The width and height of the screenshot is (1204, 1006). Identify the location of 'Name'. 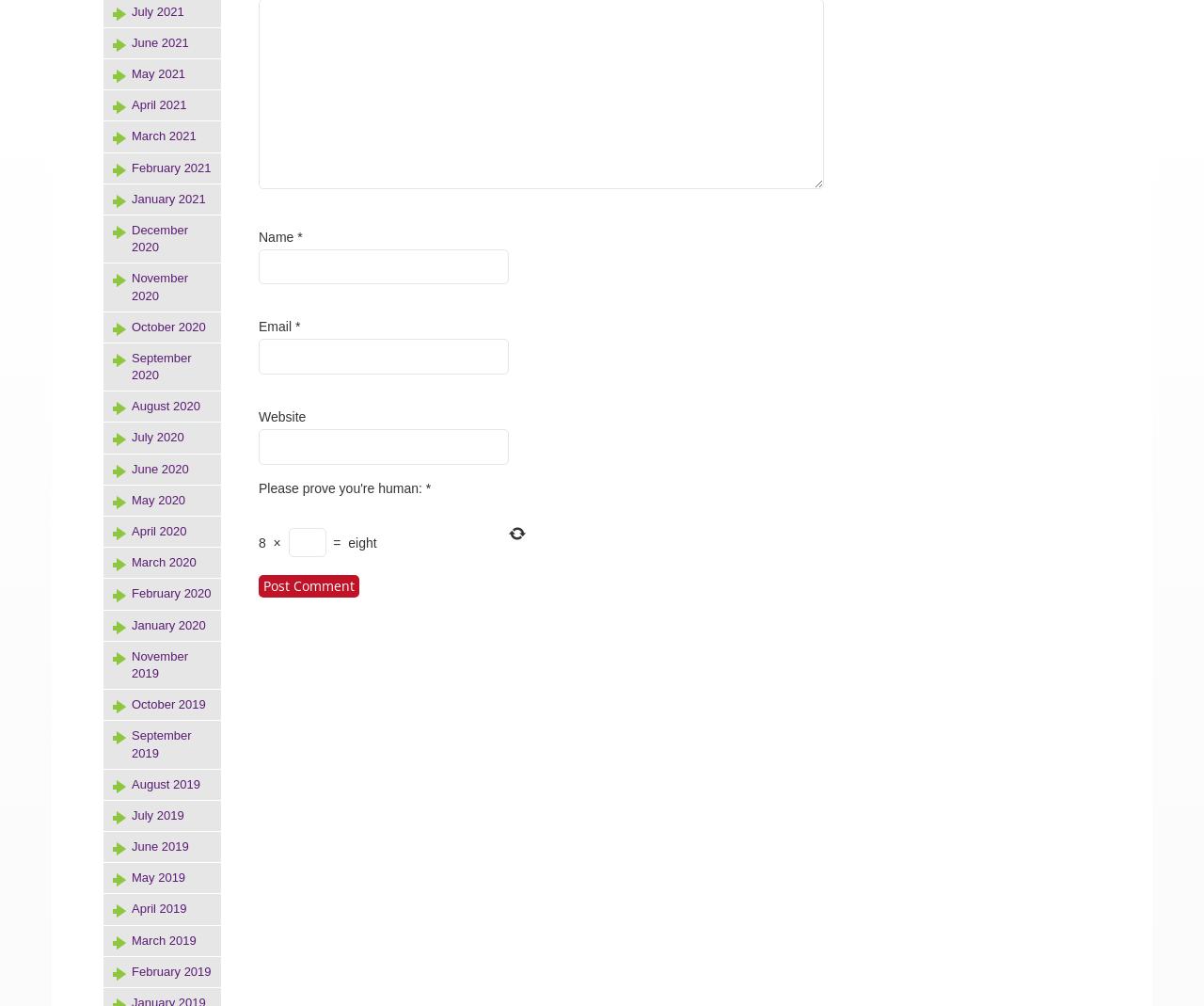
(257, 235).